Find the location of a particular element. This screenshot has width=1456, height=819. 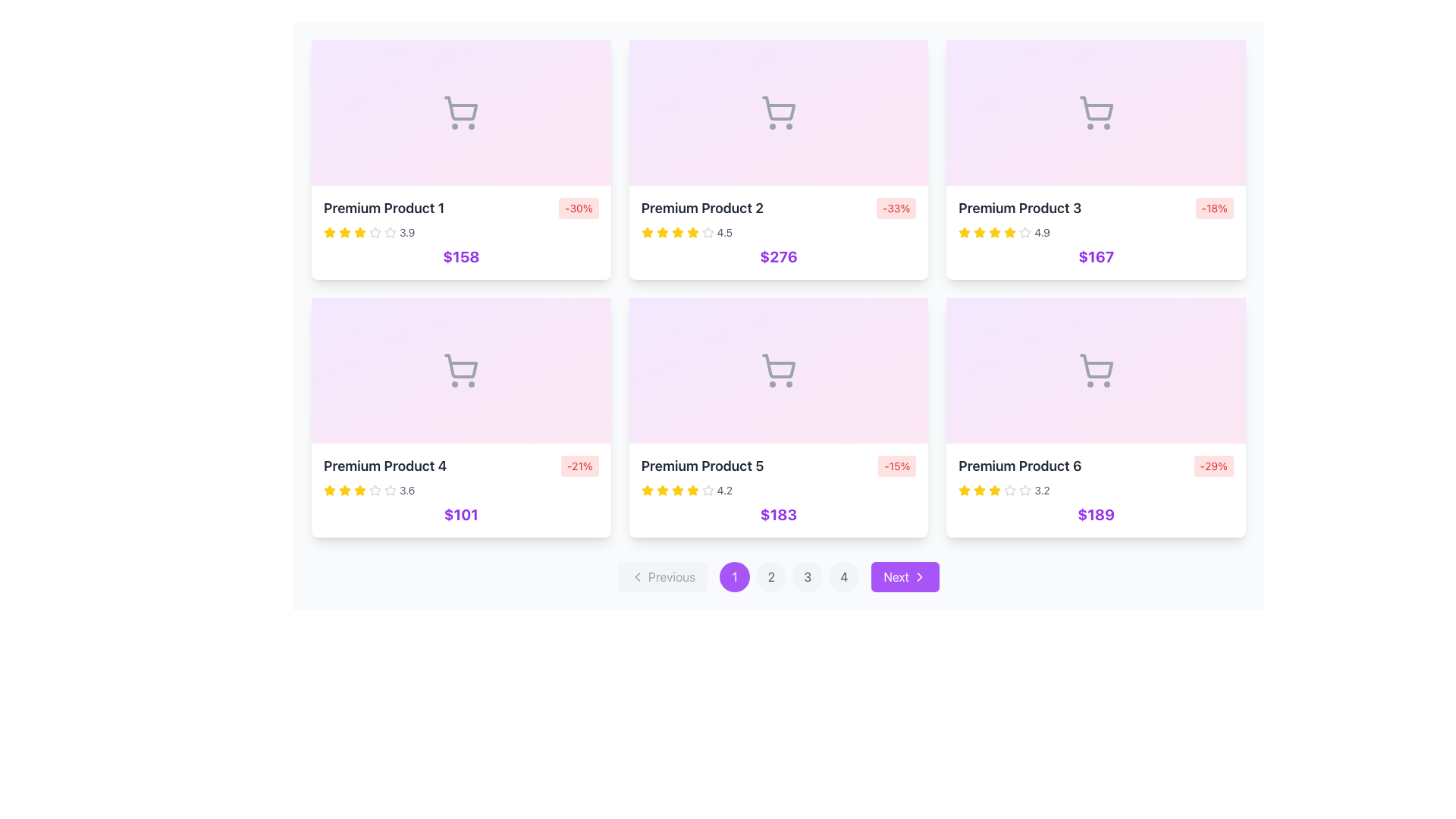

the third star-shaped icon representing the third rating level for 'Premium Product 5' in the rating system is located at coordinates (707, 490).